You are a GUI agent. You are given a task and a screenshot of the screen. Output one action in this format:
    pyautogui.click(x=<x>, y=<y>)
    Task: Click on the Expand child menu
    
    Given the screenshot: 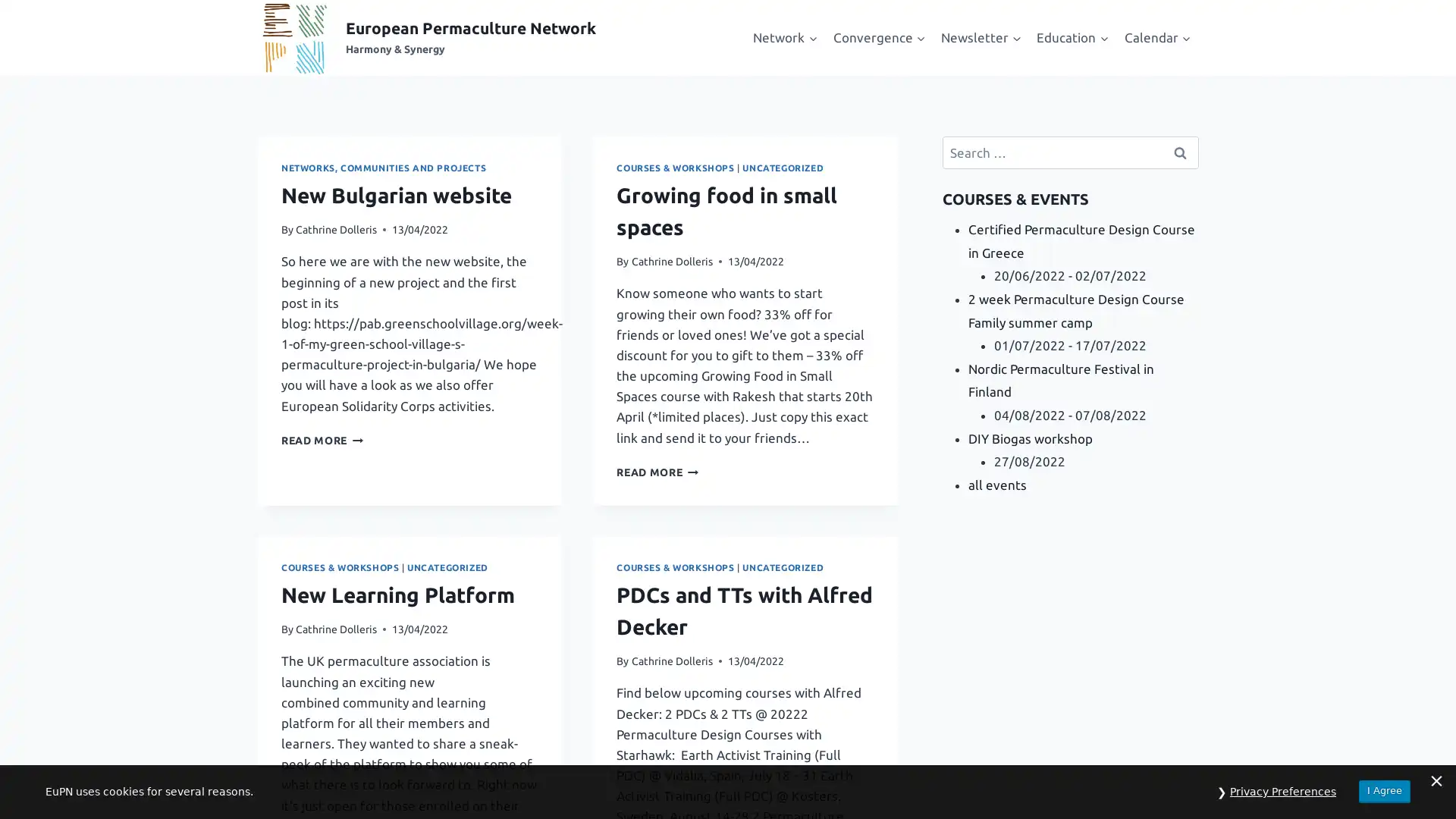 What is the action you would take?
    pyautogui.click(x=981, y=36)
    